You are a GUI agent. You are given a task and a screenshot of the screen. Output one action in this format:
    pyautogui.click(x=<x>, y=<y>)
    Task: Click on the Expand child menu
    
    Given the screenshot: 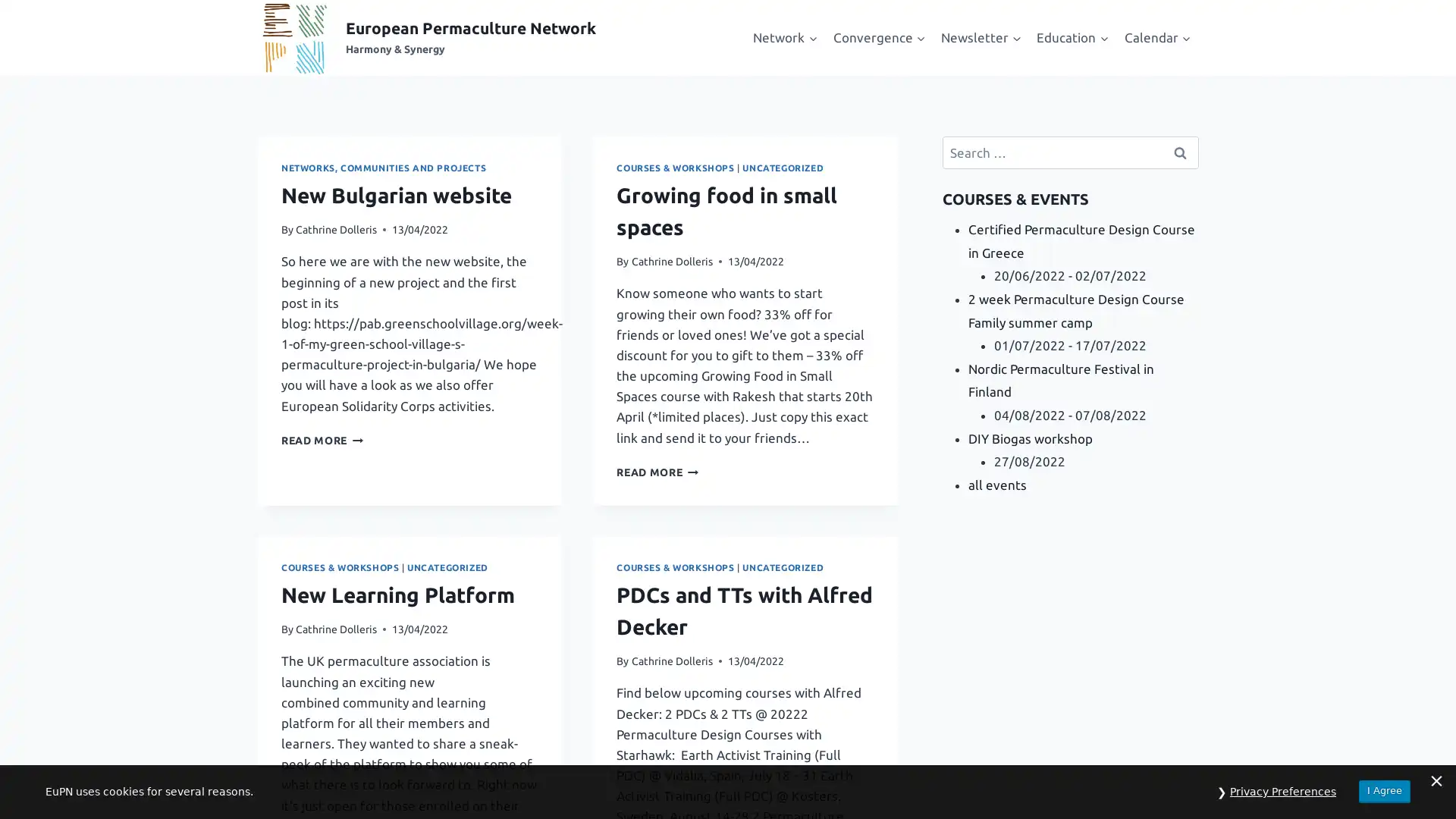 What is the action you would take?
    pyautogui.click(x=981, y=36)
    